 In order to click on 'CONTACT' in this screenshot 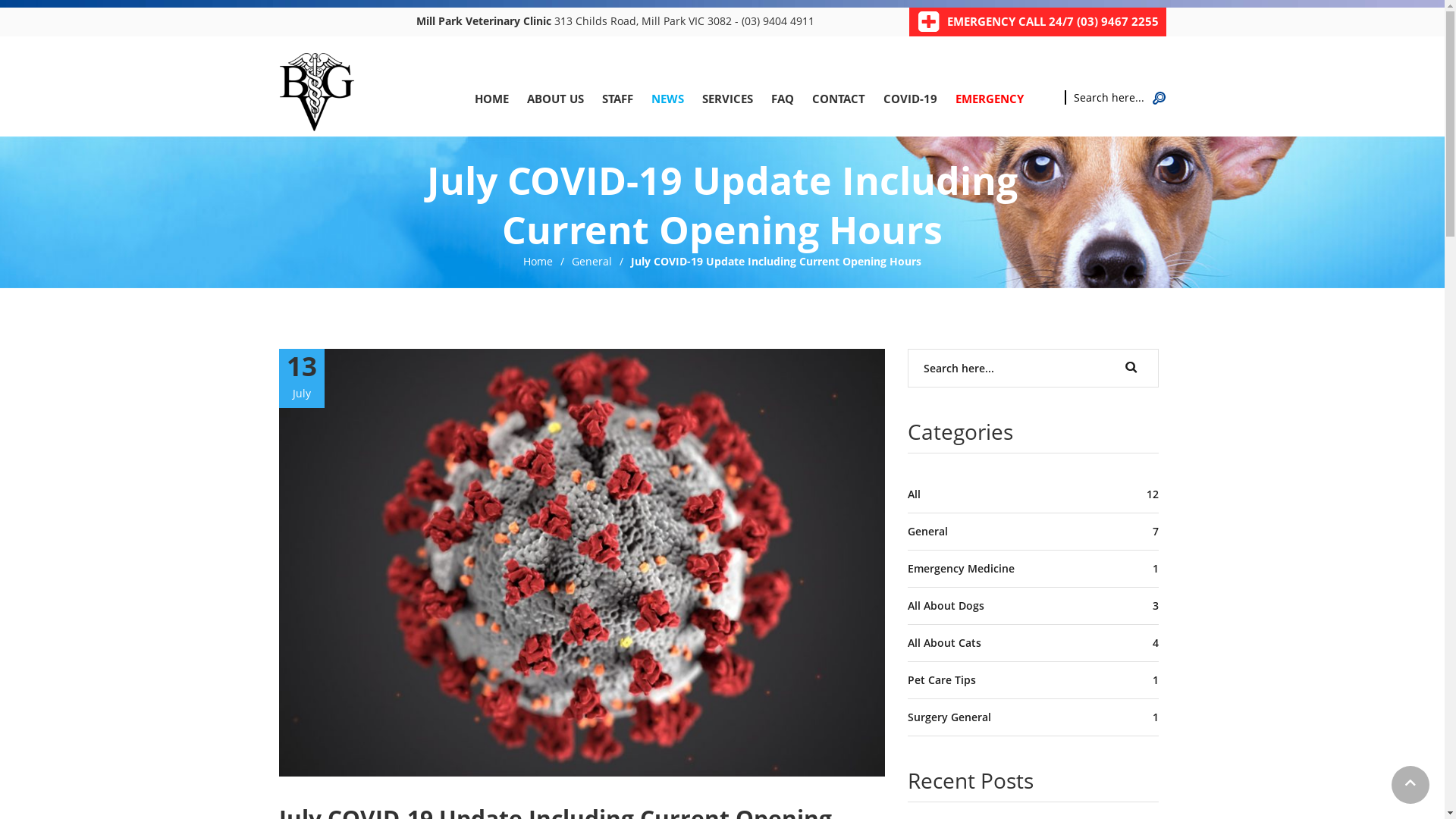, I will do `click(836, 99)`.